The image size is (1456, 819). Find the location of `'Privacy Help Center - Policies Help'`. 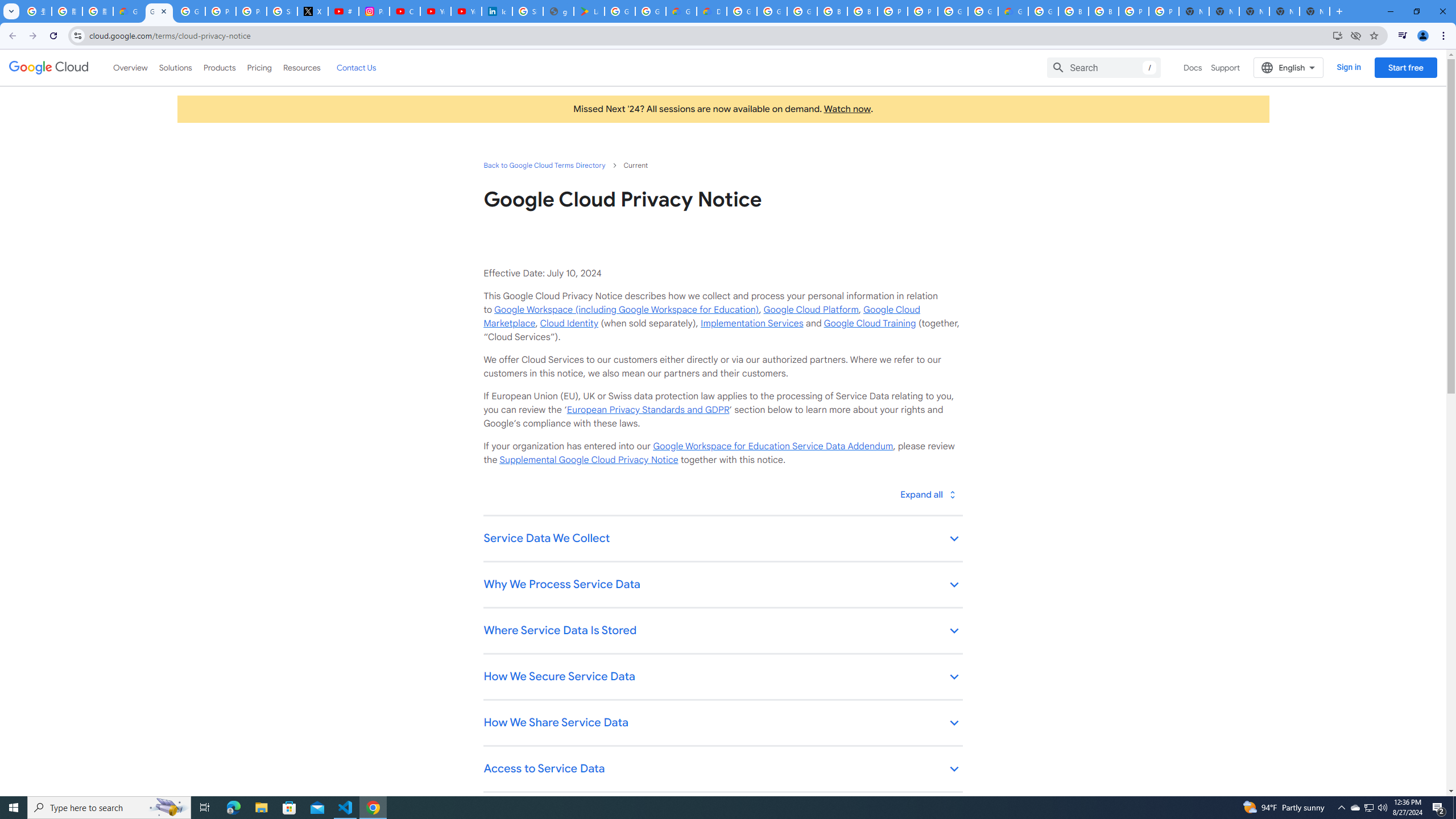

'Privacy Help Center - Policies Help' is located at coordinates (221, 11).